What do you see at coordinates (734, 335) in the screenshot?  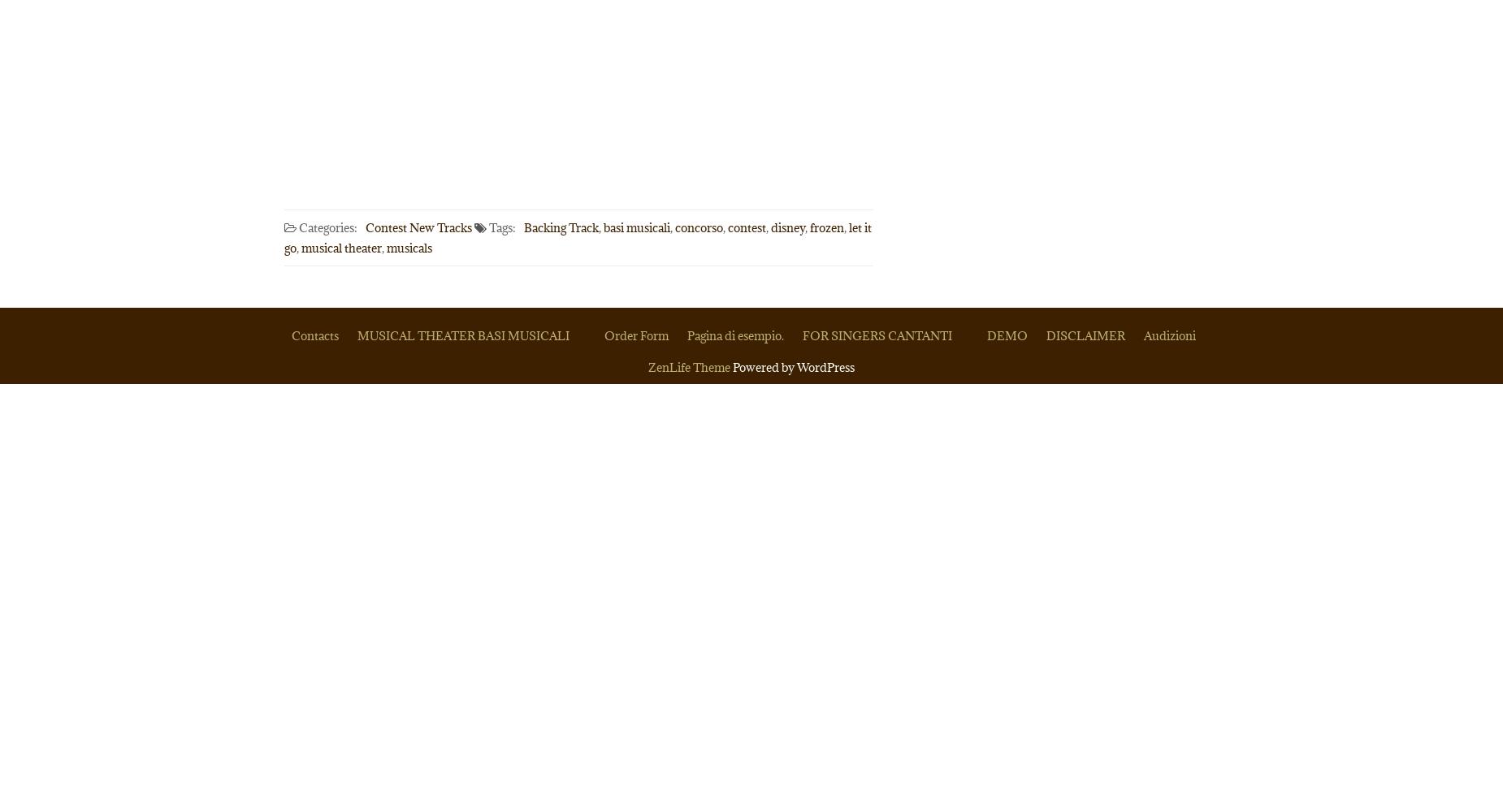 I see `'Pagina di esempio.'` at bounding box center [734, 335].